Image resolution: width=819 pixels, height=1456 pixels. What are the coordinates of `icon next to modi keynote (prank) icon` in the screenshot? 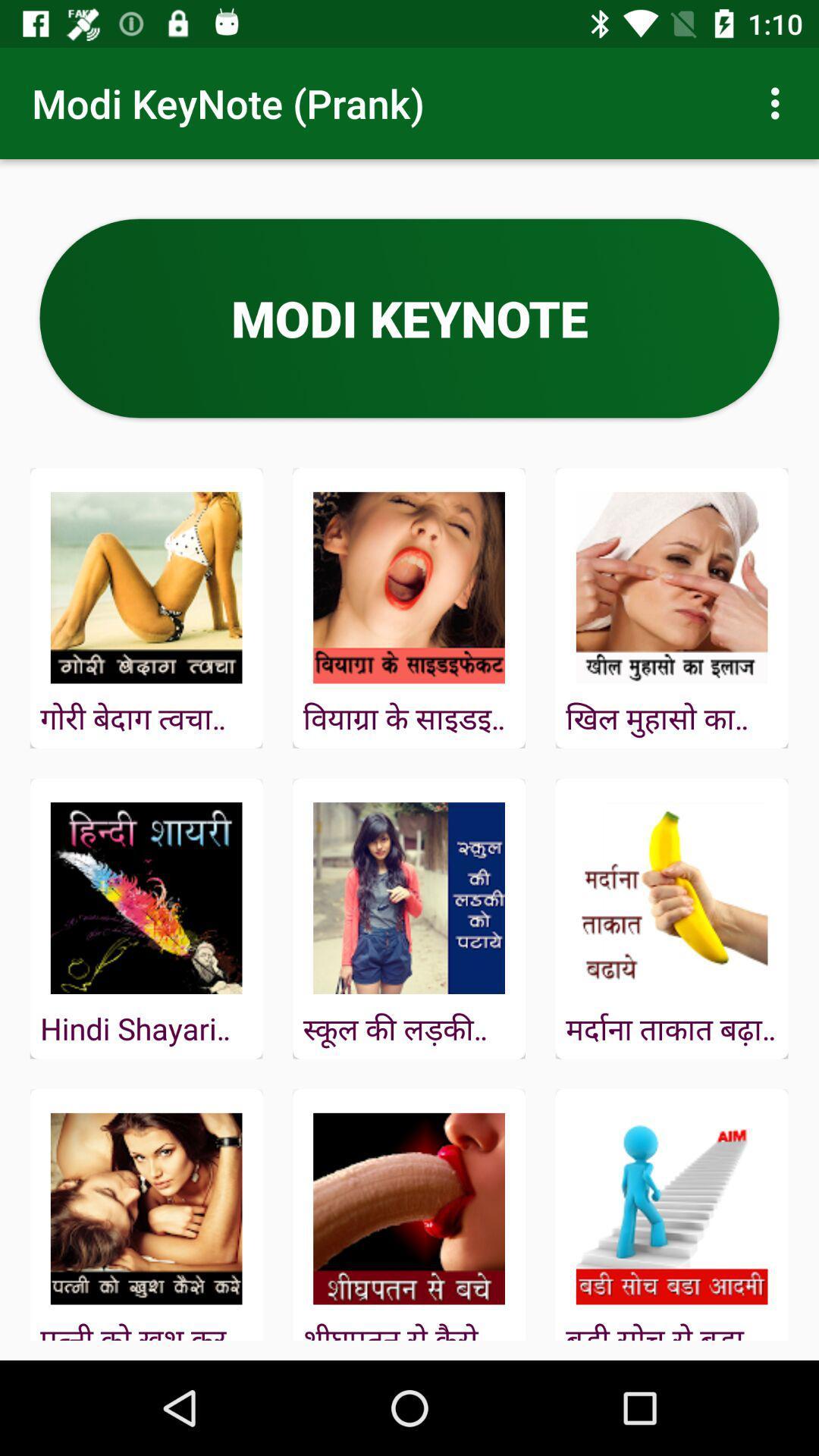 It's located at (779, 102).